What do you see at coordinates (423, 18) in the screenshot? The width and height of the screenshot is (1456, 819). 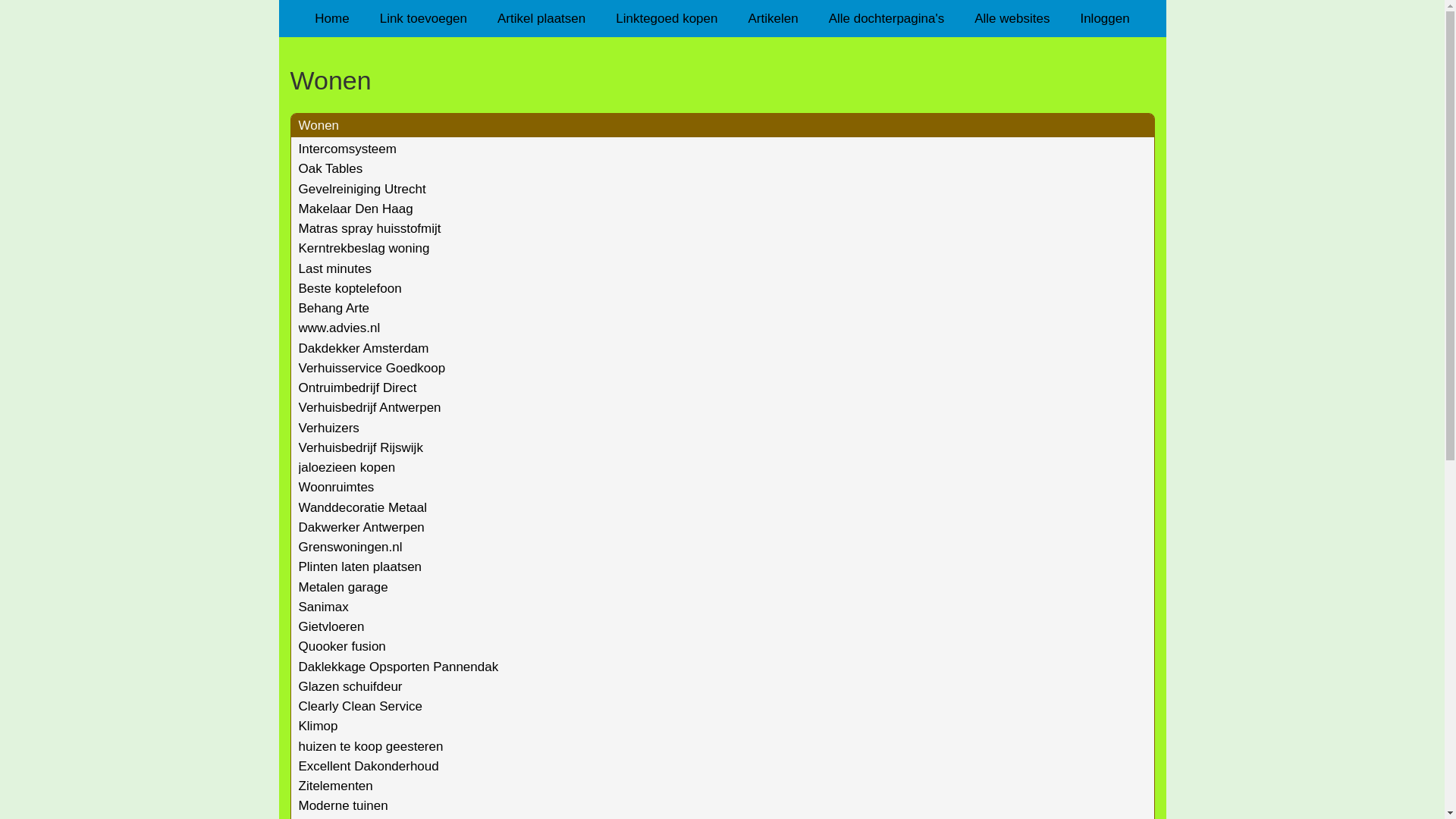 I see `'Link toevoegen'` at bounding box center [423, 18].